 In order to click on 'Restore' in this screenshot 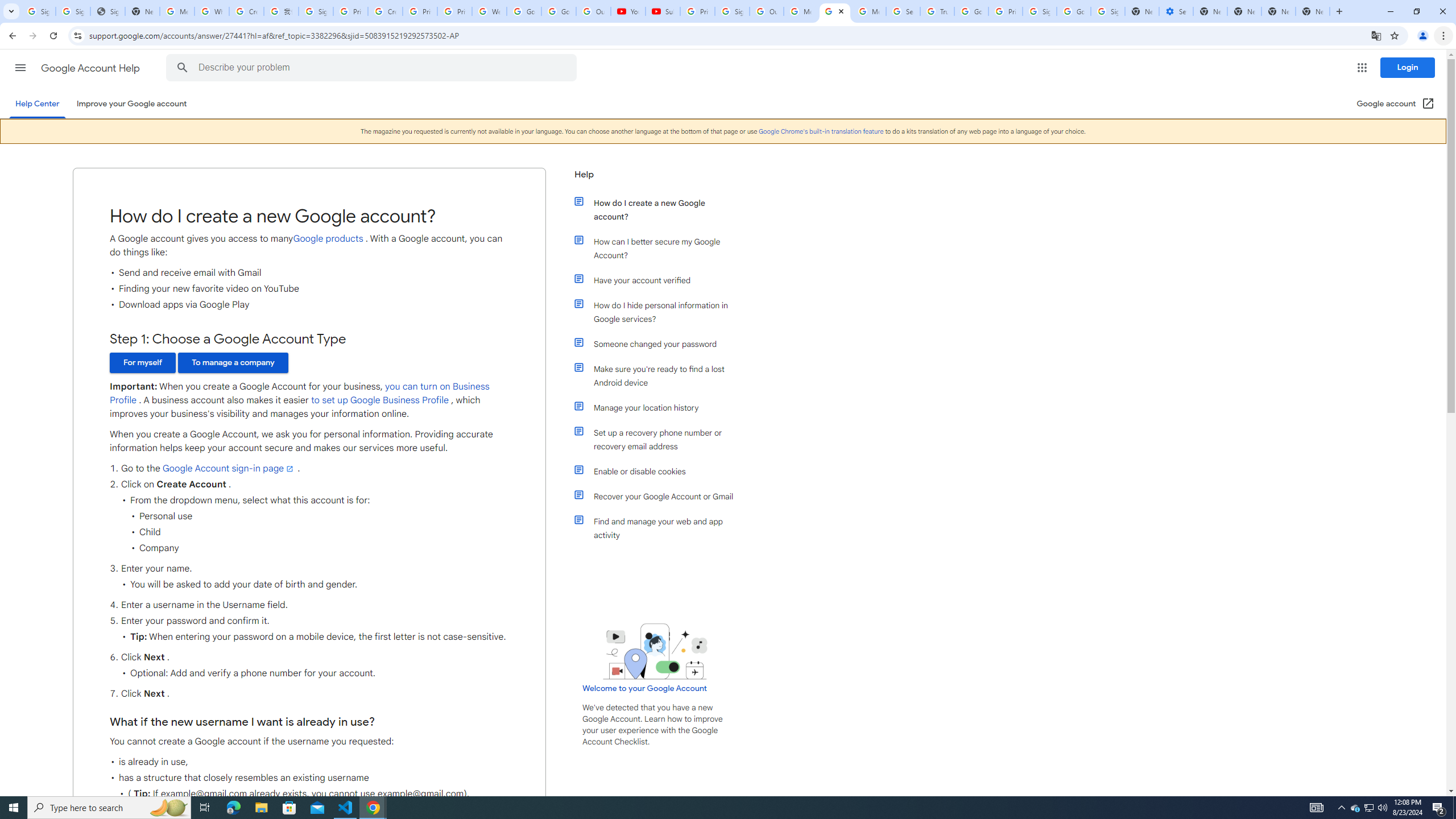, I will do `click(1416, 11)`.